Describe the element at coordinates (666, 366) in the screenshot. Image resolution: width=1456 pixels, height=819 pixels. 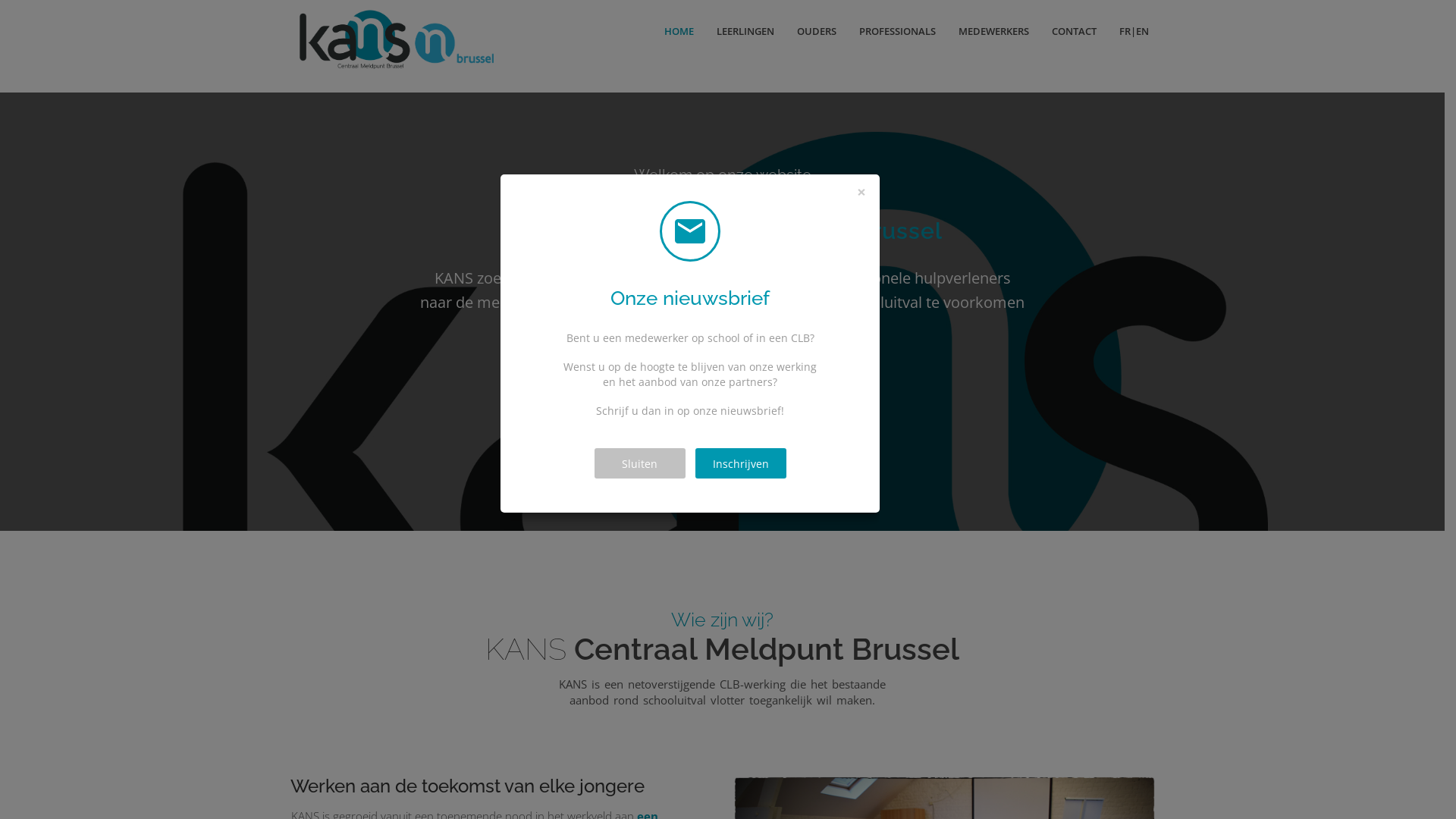
I see `'Ouders'` at that location.